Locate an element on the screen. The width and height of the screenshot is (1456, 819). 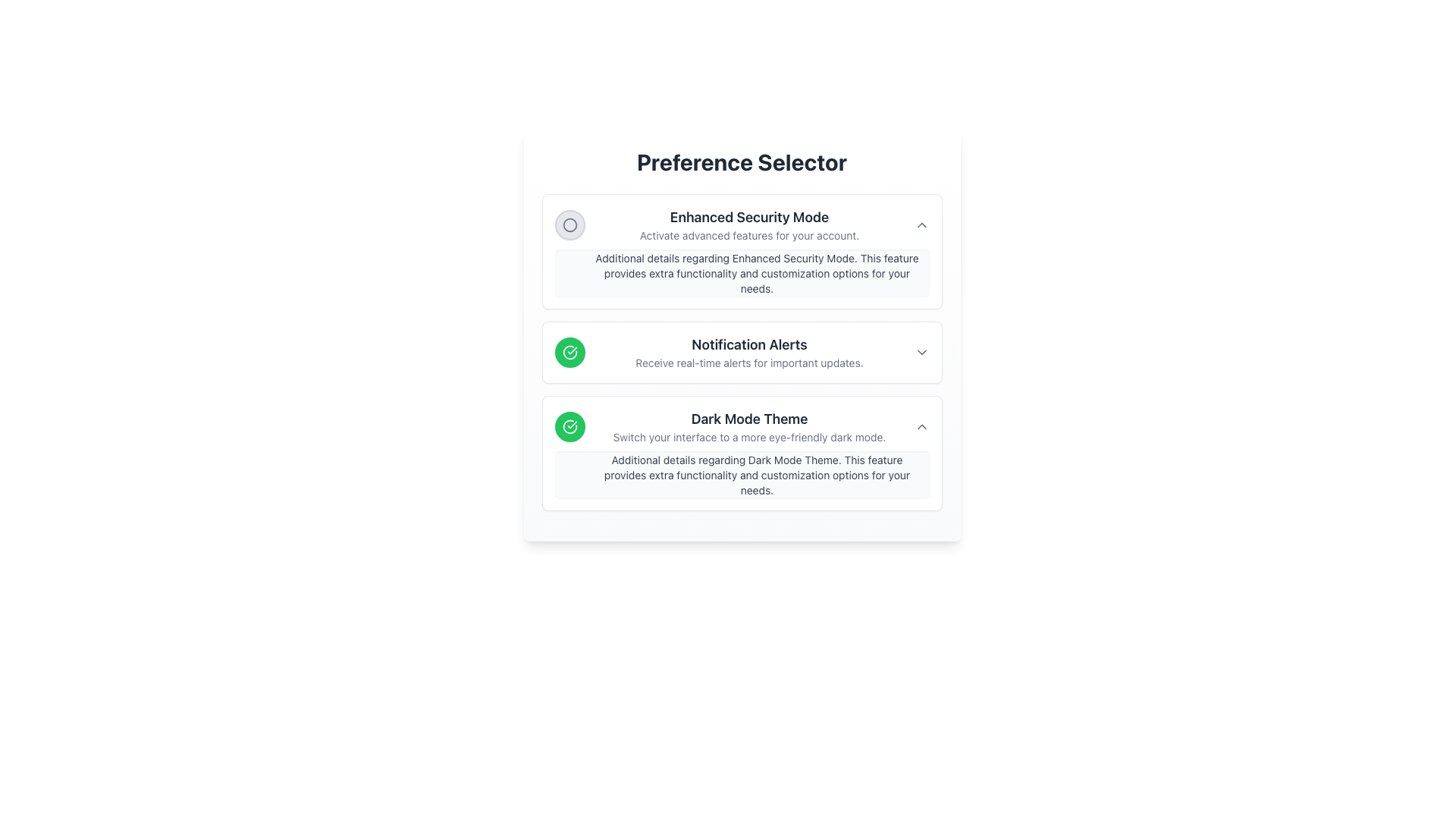
the text element that reads 'Activate advanced features for your account.' which is positioned directly below the heading 'Enhanced Security Mode.' is located at coordinates (749, 236).